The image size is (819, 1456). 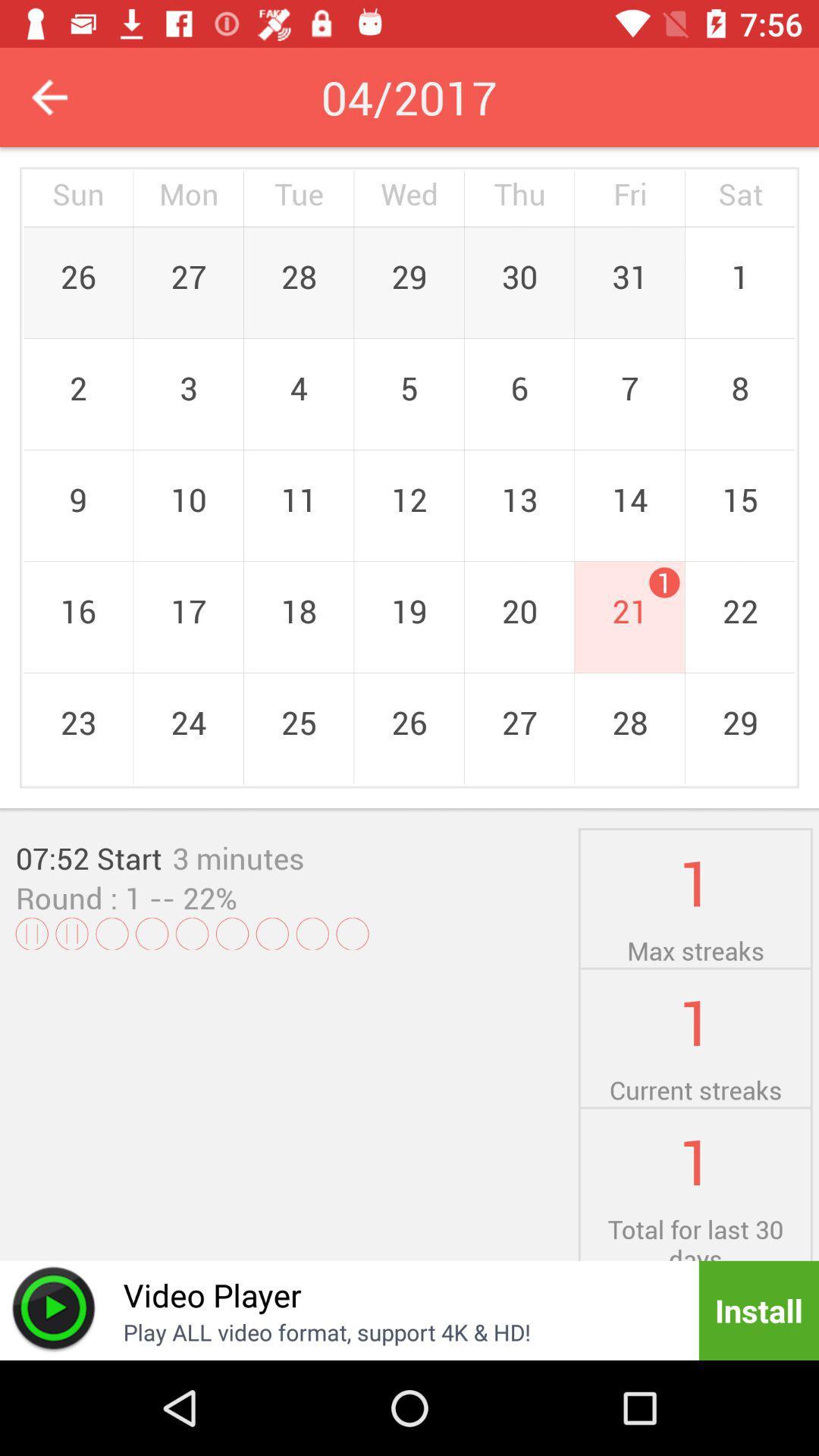 What do you see at coordinates (238, 858) in the screenshot?
I see `the icon next to the 07:52 start` at bounding box center [238, 858].